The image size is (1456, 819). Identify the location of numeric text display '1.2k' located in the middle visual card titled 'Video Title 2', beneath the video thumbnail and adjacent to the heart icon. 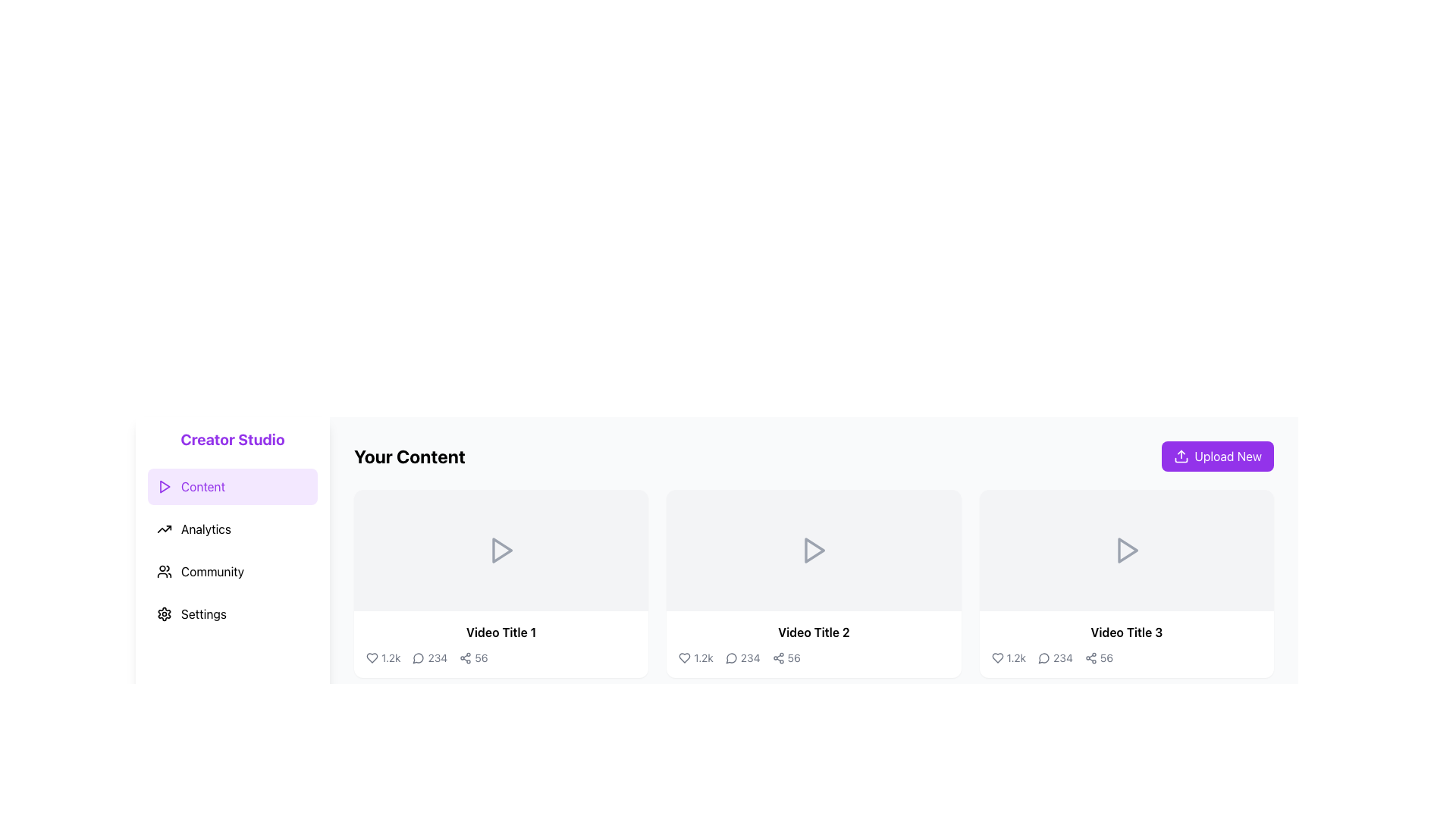
(703, 657).